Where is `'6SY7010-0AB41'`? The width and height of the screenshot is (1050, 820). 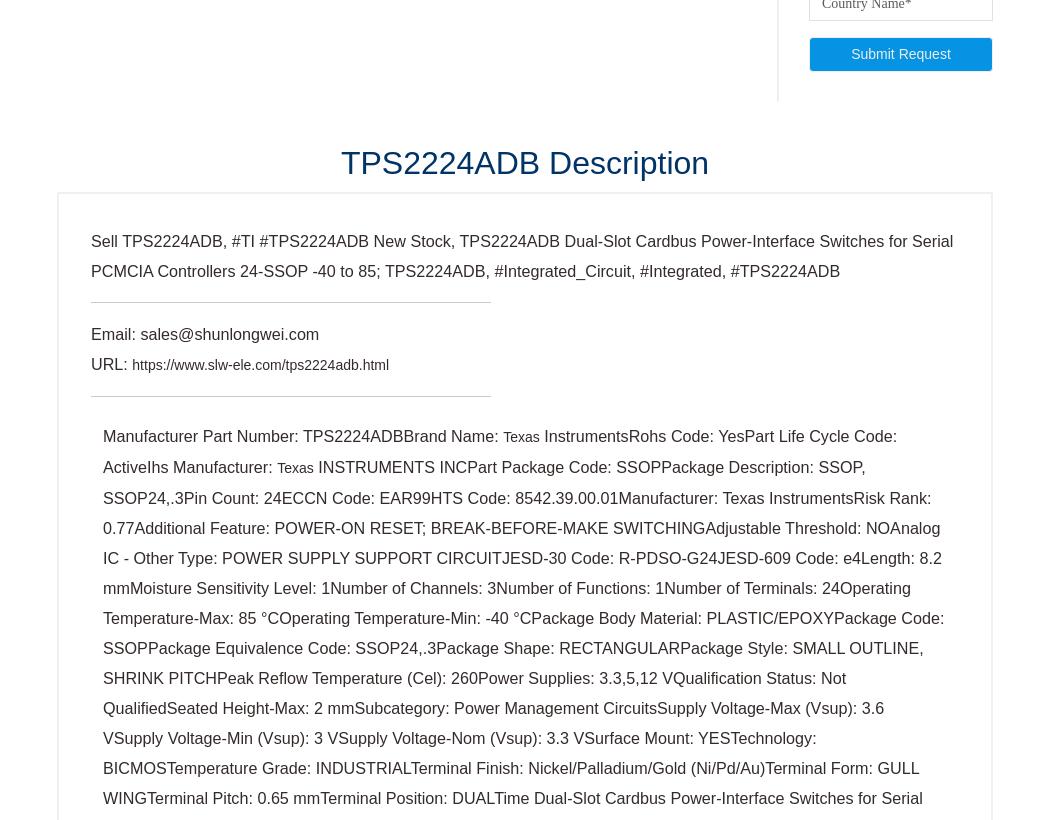 '6SY7010-0AB41' is located at coordinates (886, 747).